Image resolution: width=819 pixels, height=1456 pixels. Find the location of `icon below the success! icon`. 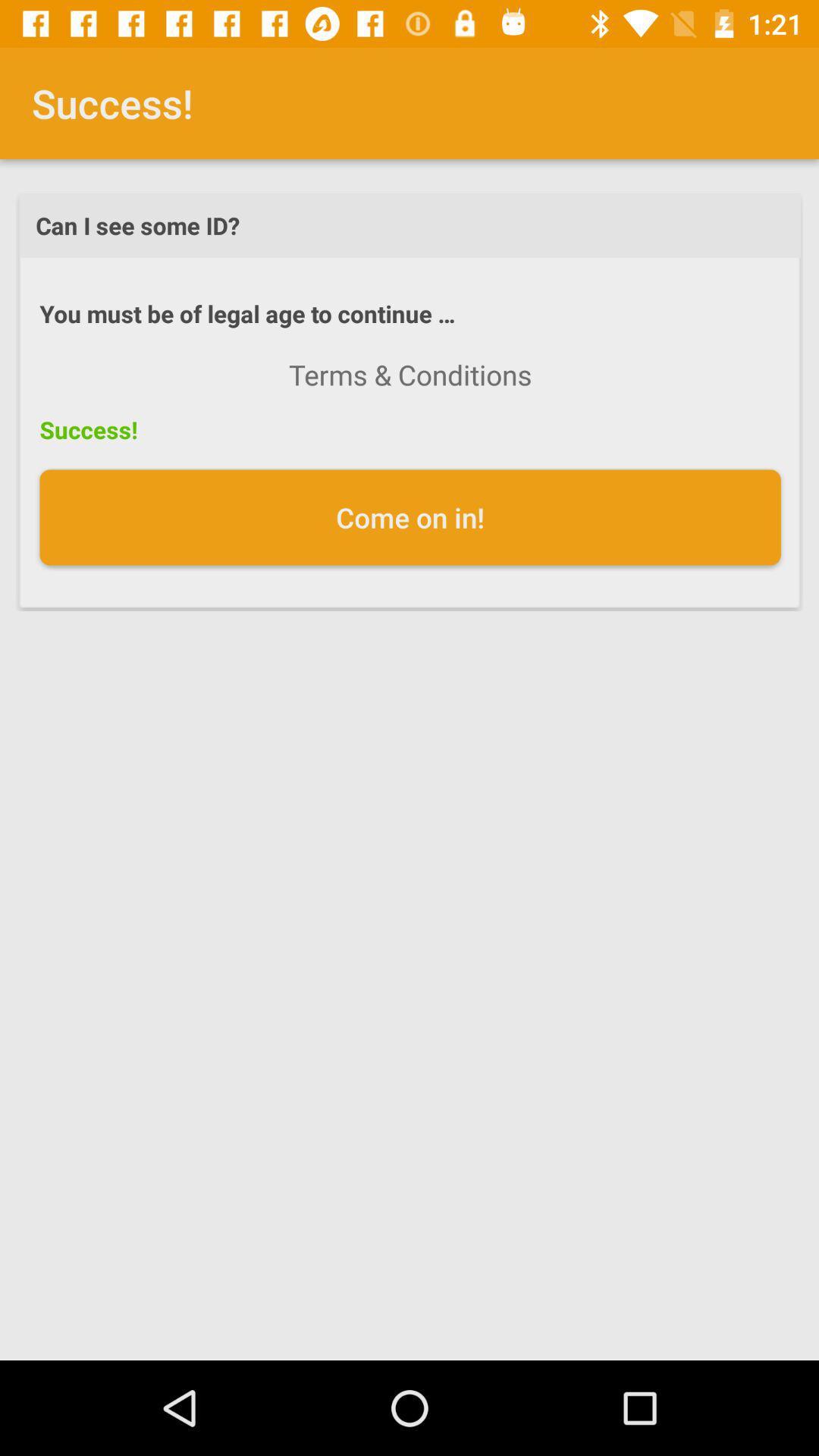

icon below the success! icon is located at coordinates (410, 517).